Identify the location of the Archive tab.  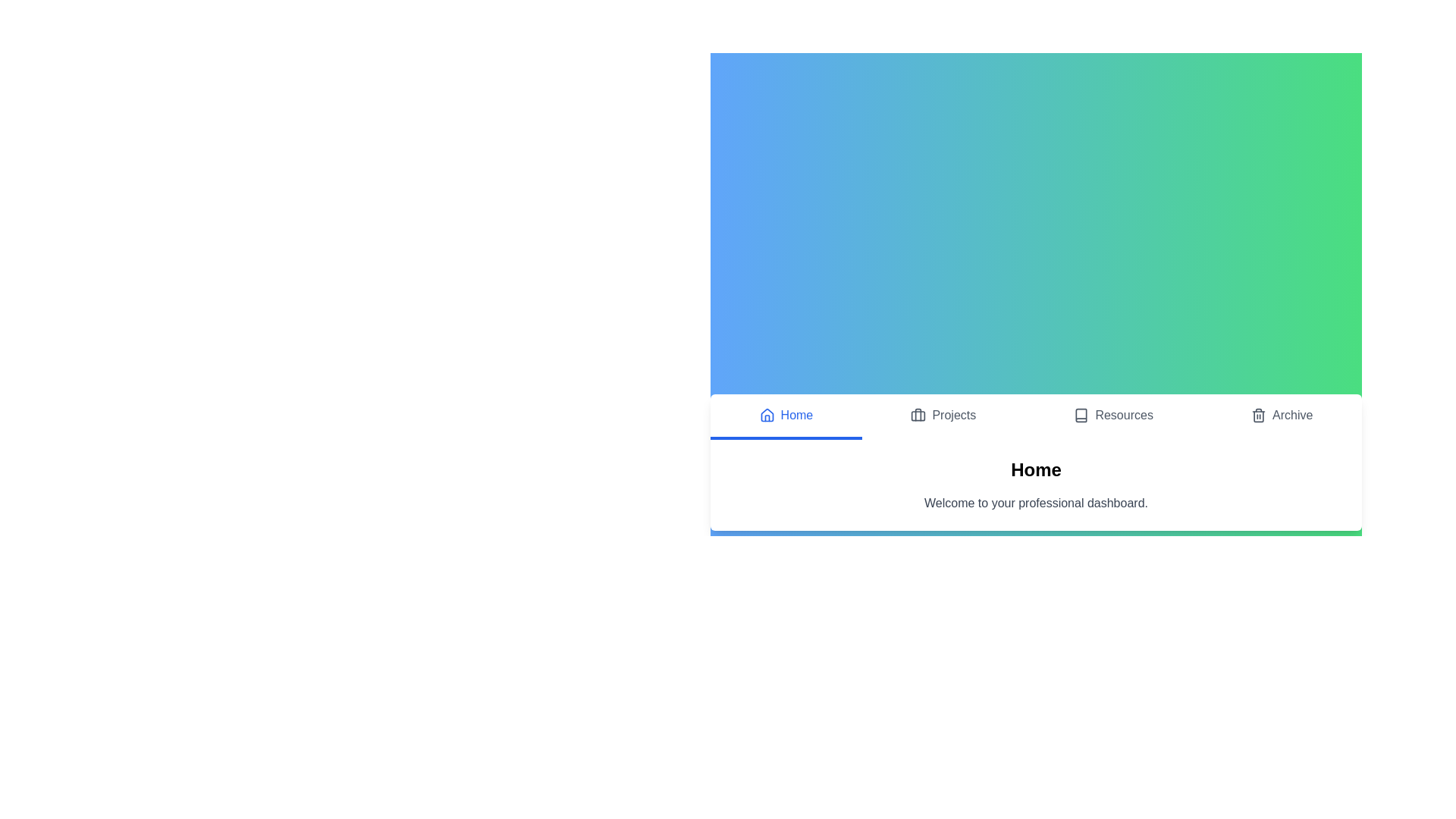
(1281, 417).